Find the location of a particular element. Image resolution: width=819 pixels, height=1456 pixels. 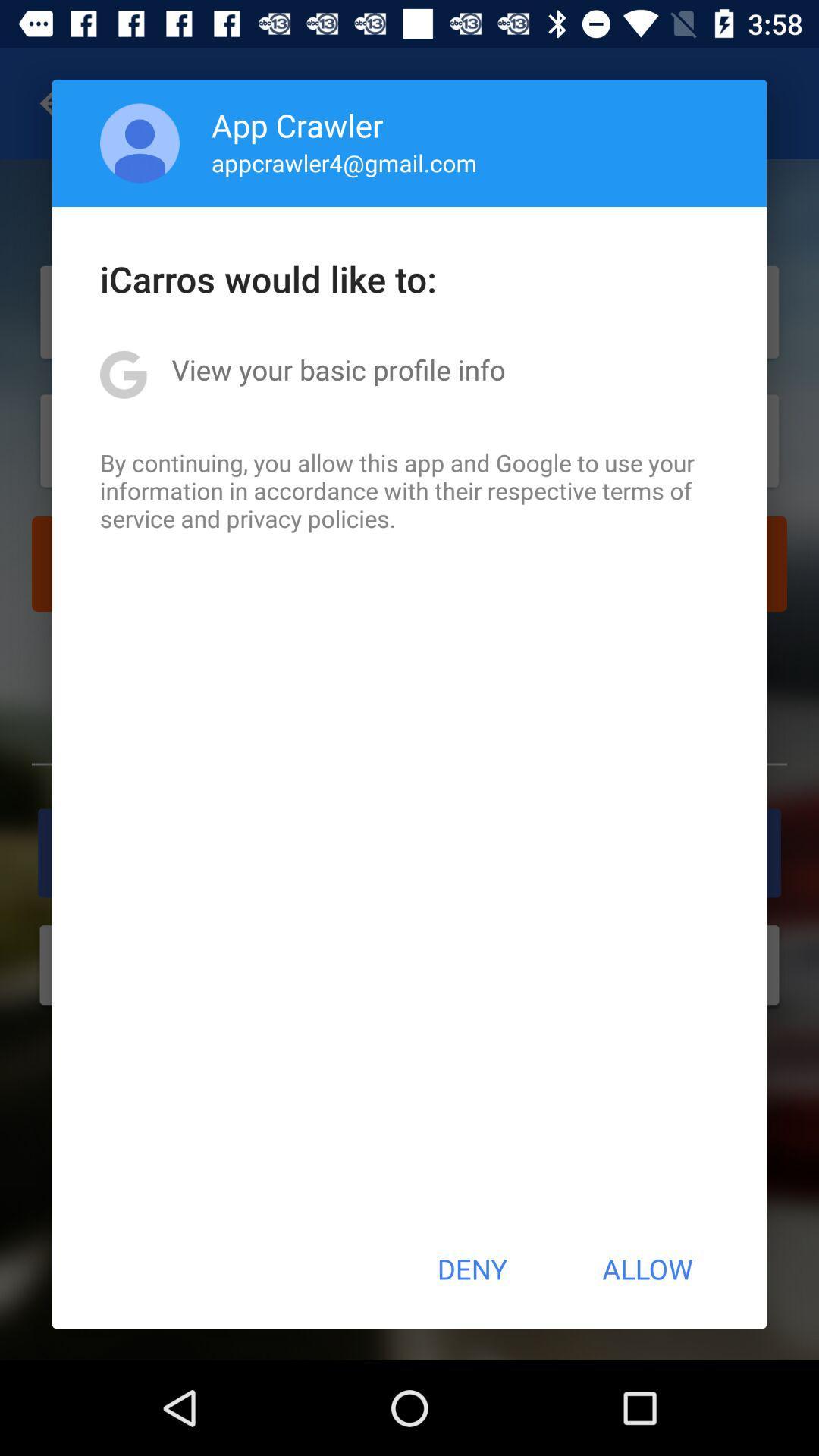

the appcrawler4@gmail.com icon is located at coordinates (344, 162).